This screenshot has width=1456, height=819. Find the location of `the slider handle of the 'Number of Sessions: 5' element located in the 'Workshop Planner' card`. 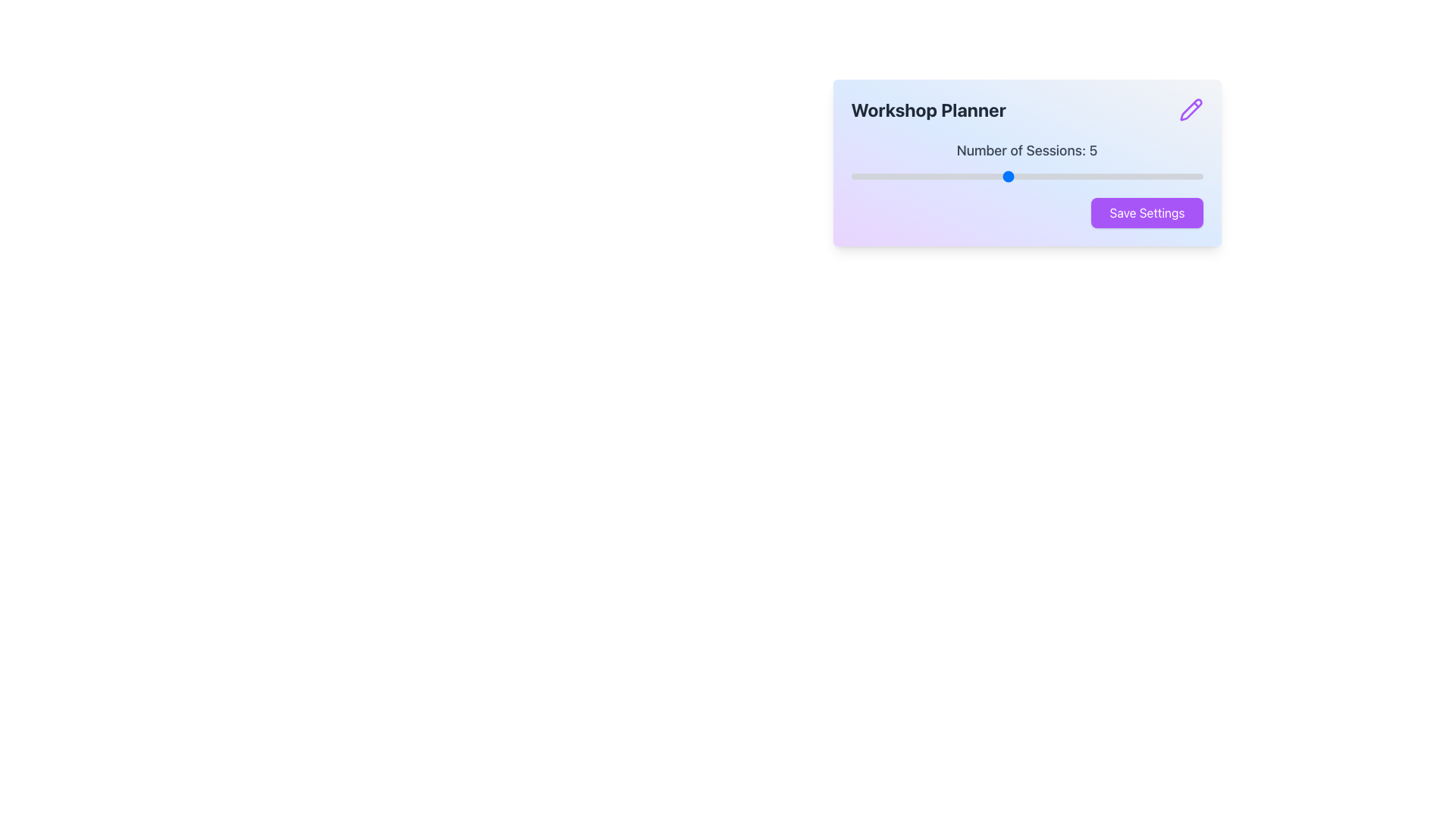

the slider handle of the 'Number of Sessions: 5' element located in the 'Workshop Planner' card is located at coordinates (1027, 160).